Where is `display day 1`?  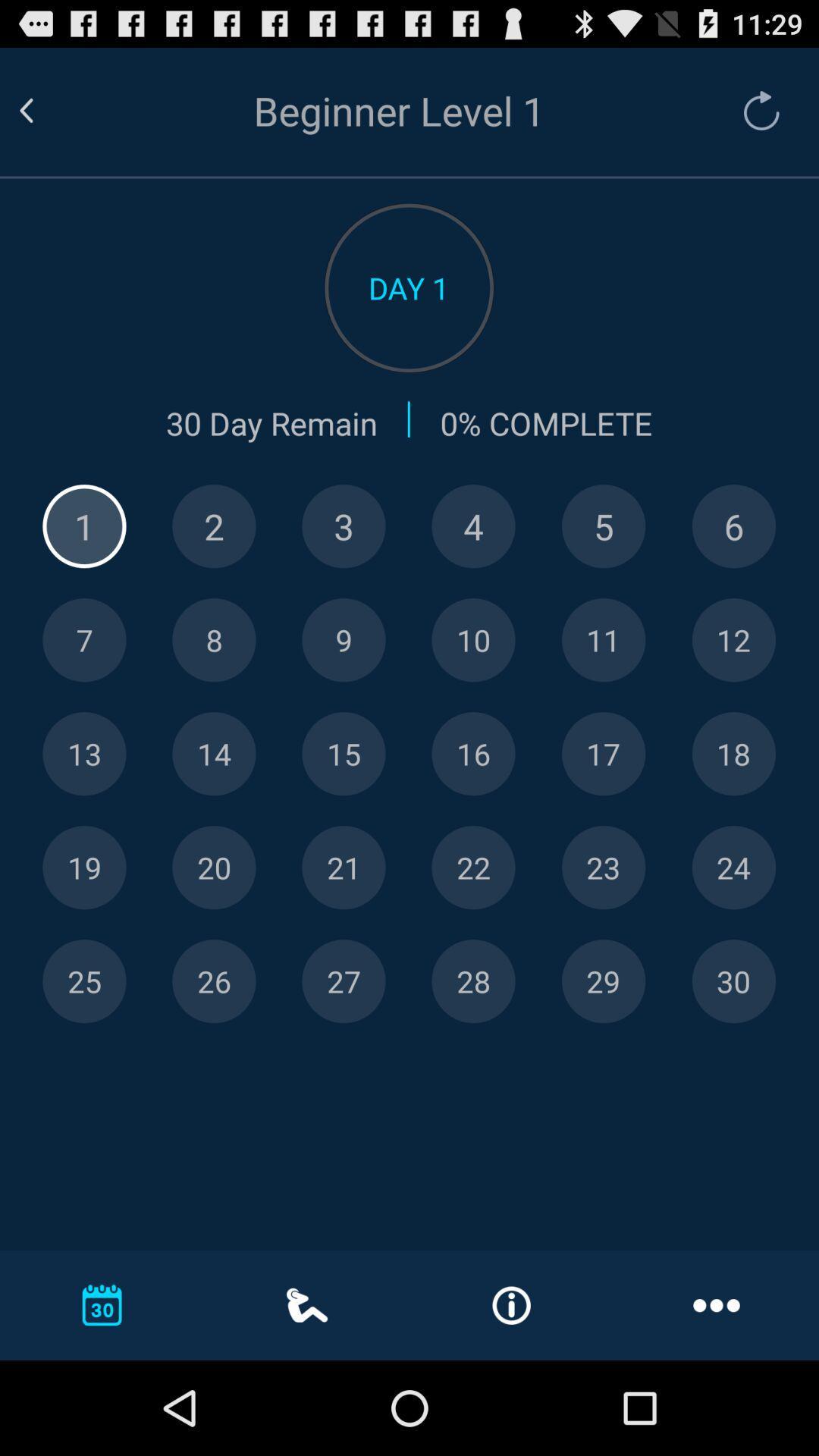
display day 1 is located at coordinates (84, 526).